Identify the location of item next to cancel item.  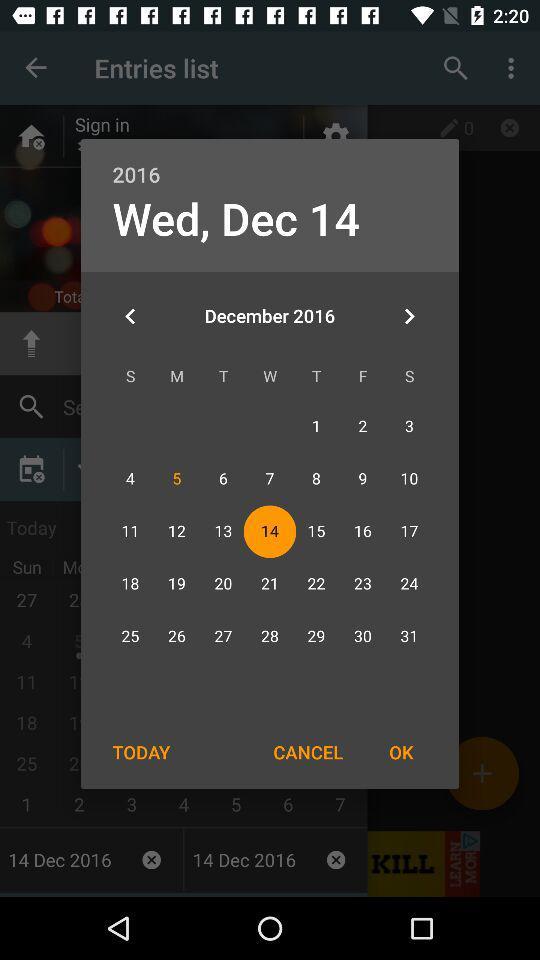
(140, 751).